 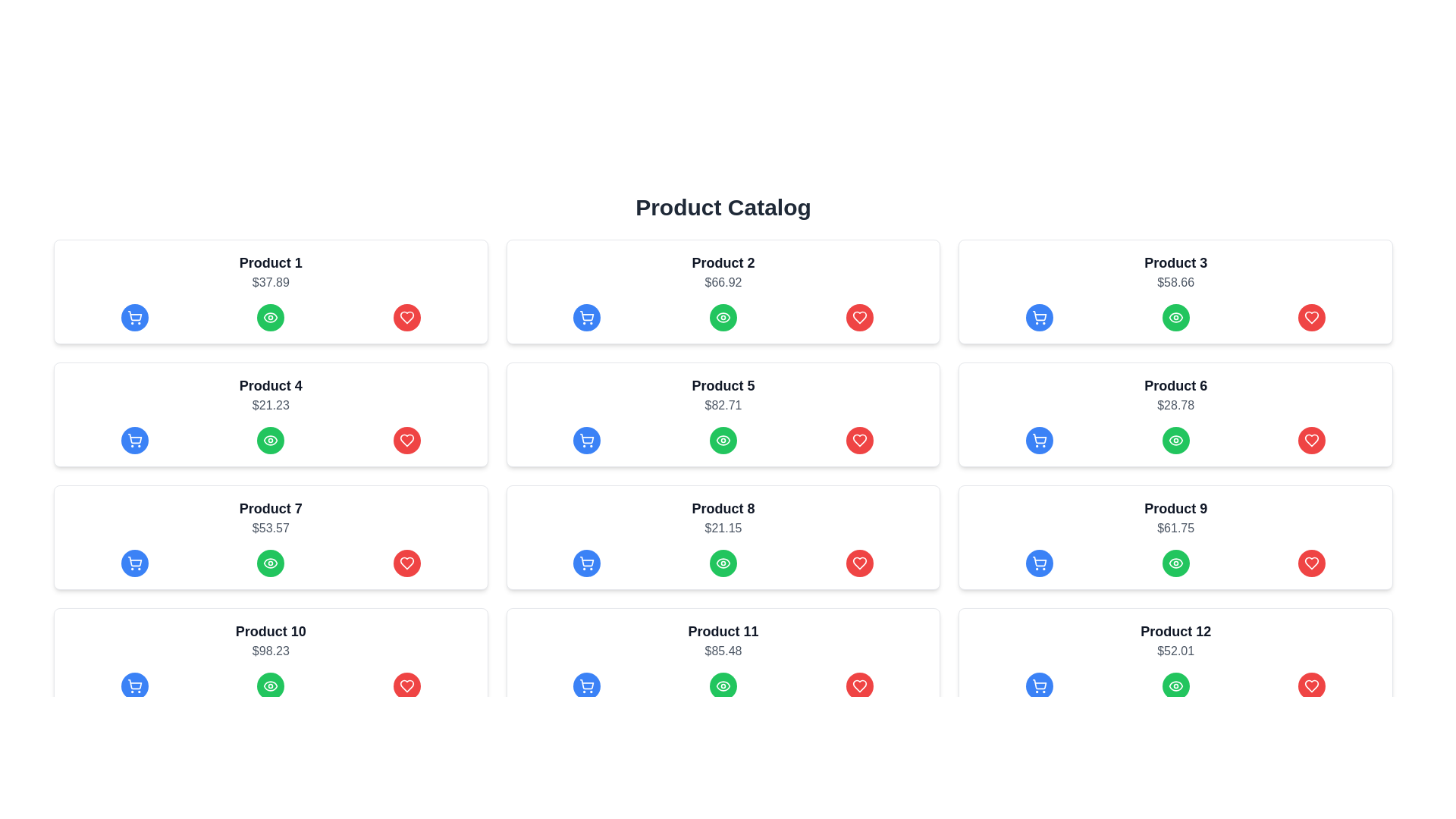 What do you see at coordinates (859, 441) in the screenshot?
I see `the heart-shaped icon filled in solid red, which represents a 'favorite' or 'like' button located in the second row and second column of the grid layout, beside the card titled 'Product 5'` at bounding box center [859, 441].